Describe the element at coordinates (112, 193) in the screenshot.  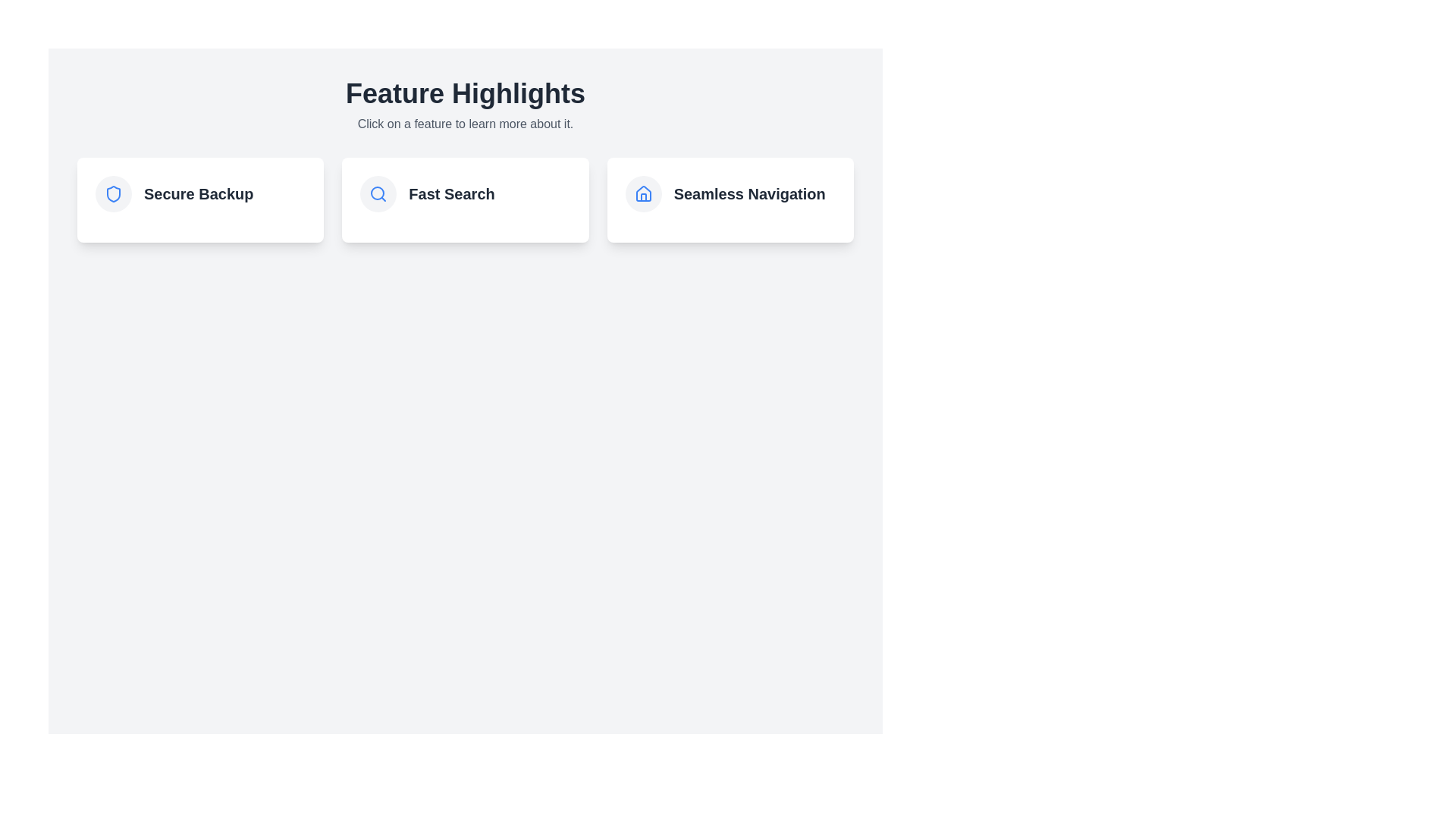
I see `the 'Secure Backup' icon located in the leftmost card of the three horizontally arranged cards, positioned to the left of the text 'Secure Backup'` at that location.